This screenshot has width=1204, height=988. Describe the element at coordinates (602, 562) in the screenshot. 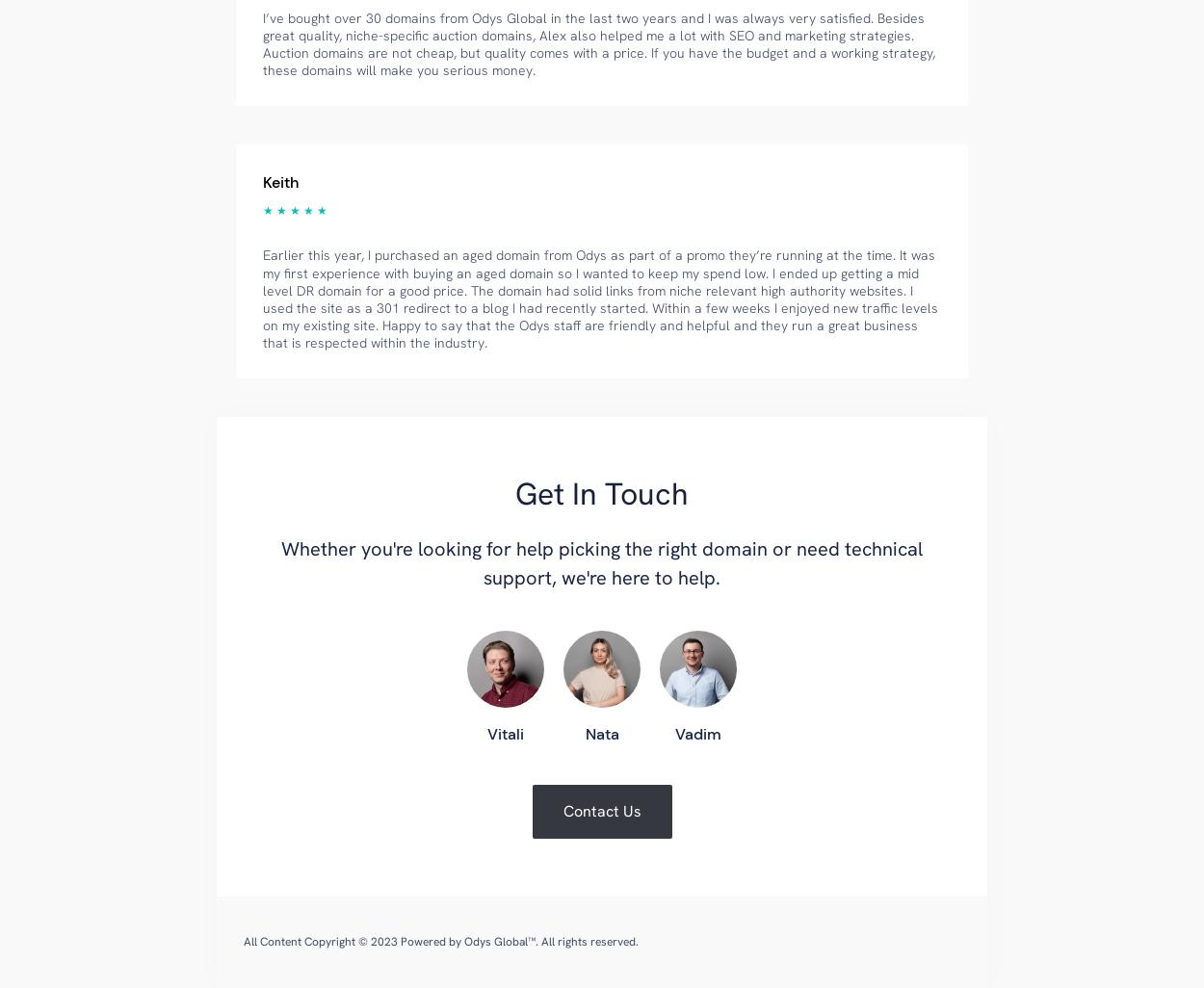

I see `'Whether you're looking for help picking the right domain or need technical support, we're here to help.'` at that location.